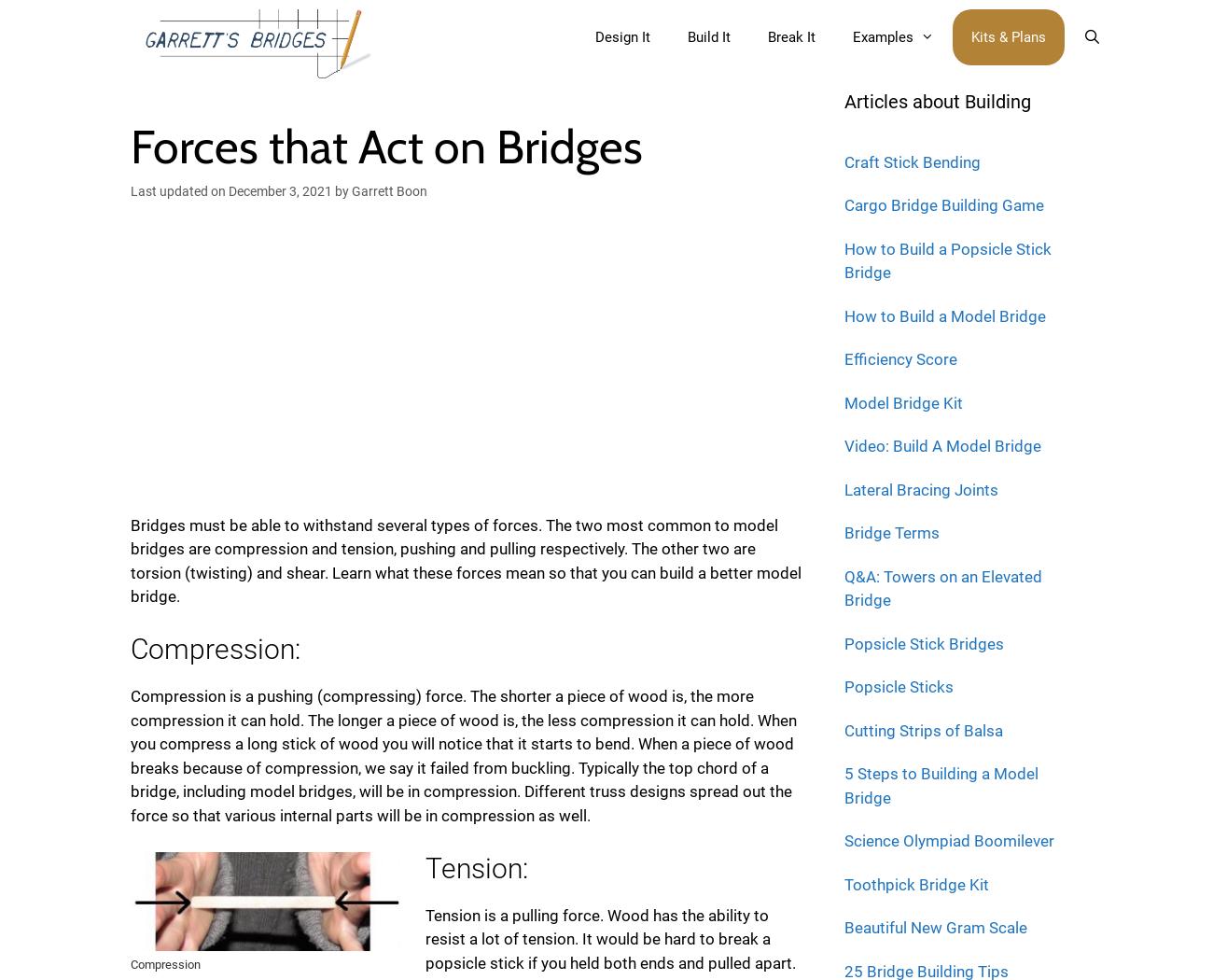 The image size is (1213, 980). I want to click on 'Beautiful New Gram Scale', so click(844, 928).